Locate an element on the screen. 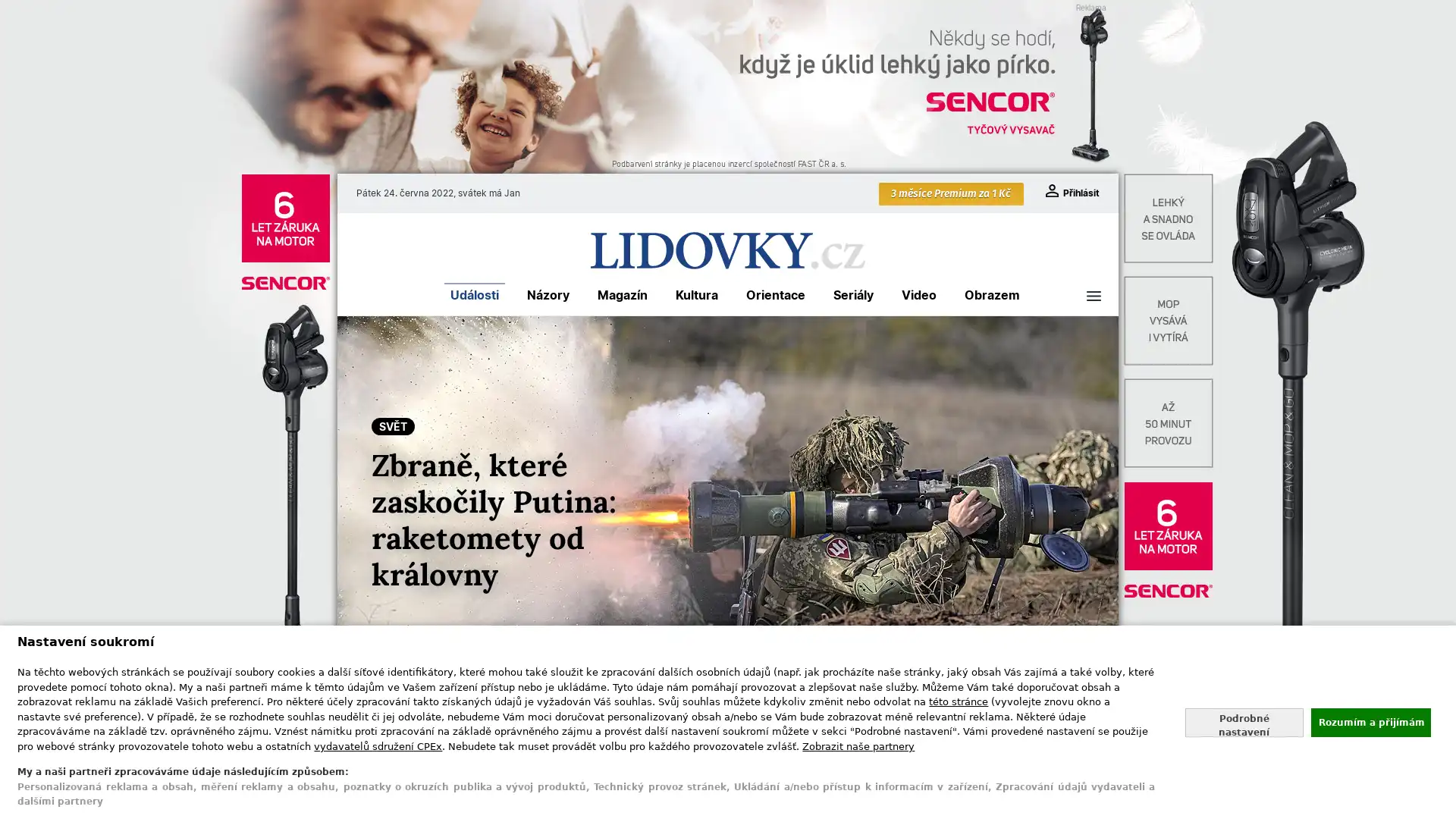  Zobrazit nase partnery is located at coordinates (858, 745).